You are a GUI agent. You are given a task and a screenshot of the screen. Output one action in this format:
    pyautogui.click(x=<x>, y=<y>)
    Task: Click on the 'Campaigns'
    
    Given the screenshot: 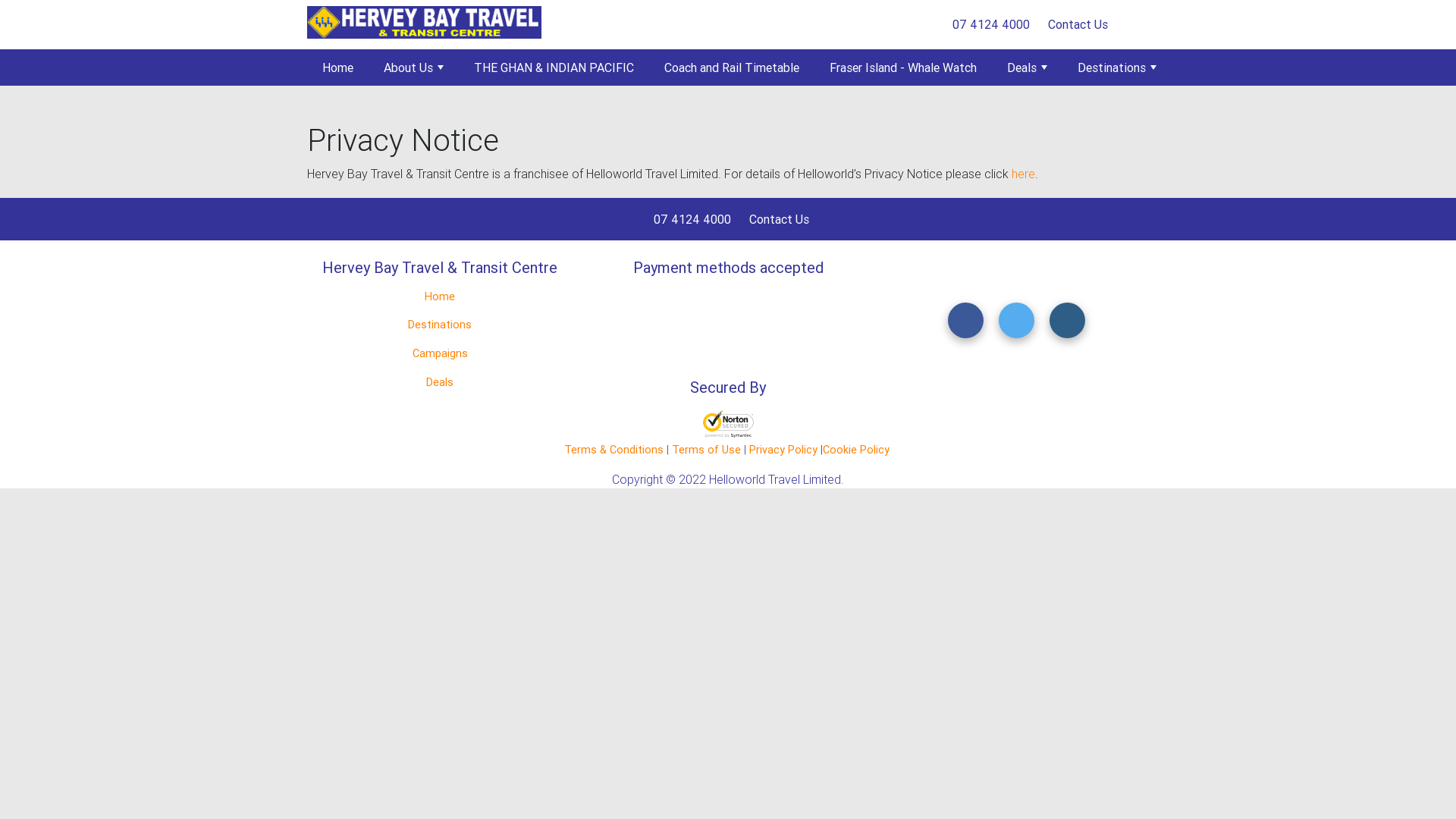 What is the action you would take?
    pyautogui.click(x=439, y=353)
    